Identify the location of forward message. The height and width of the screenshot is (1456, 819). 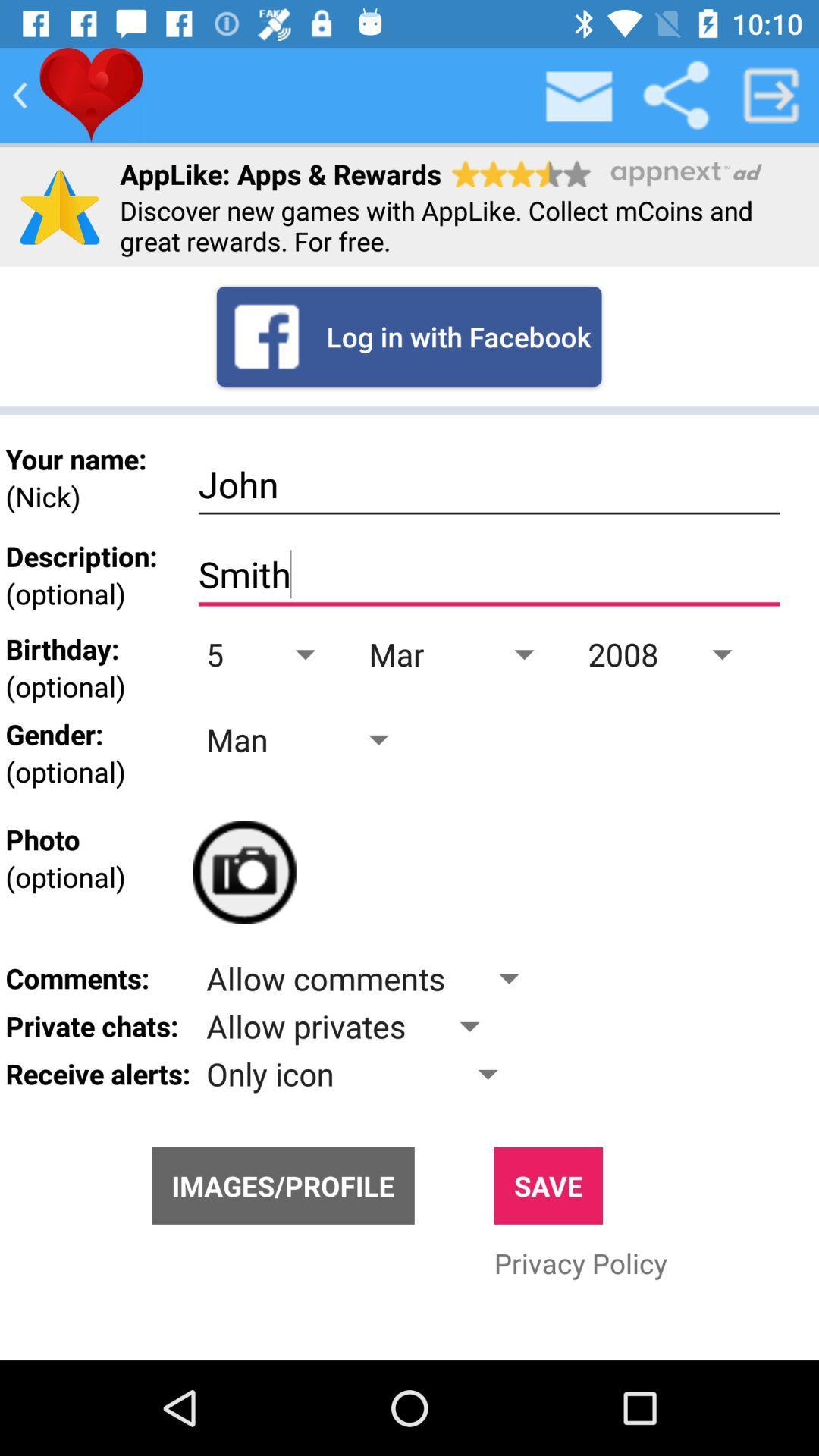
(771, 94).